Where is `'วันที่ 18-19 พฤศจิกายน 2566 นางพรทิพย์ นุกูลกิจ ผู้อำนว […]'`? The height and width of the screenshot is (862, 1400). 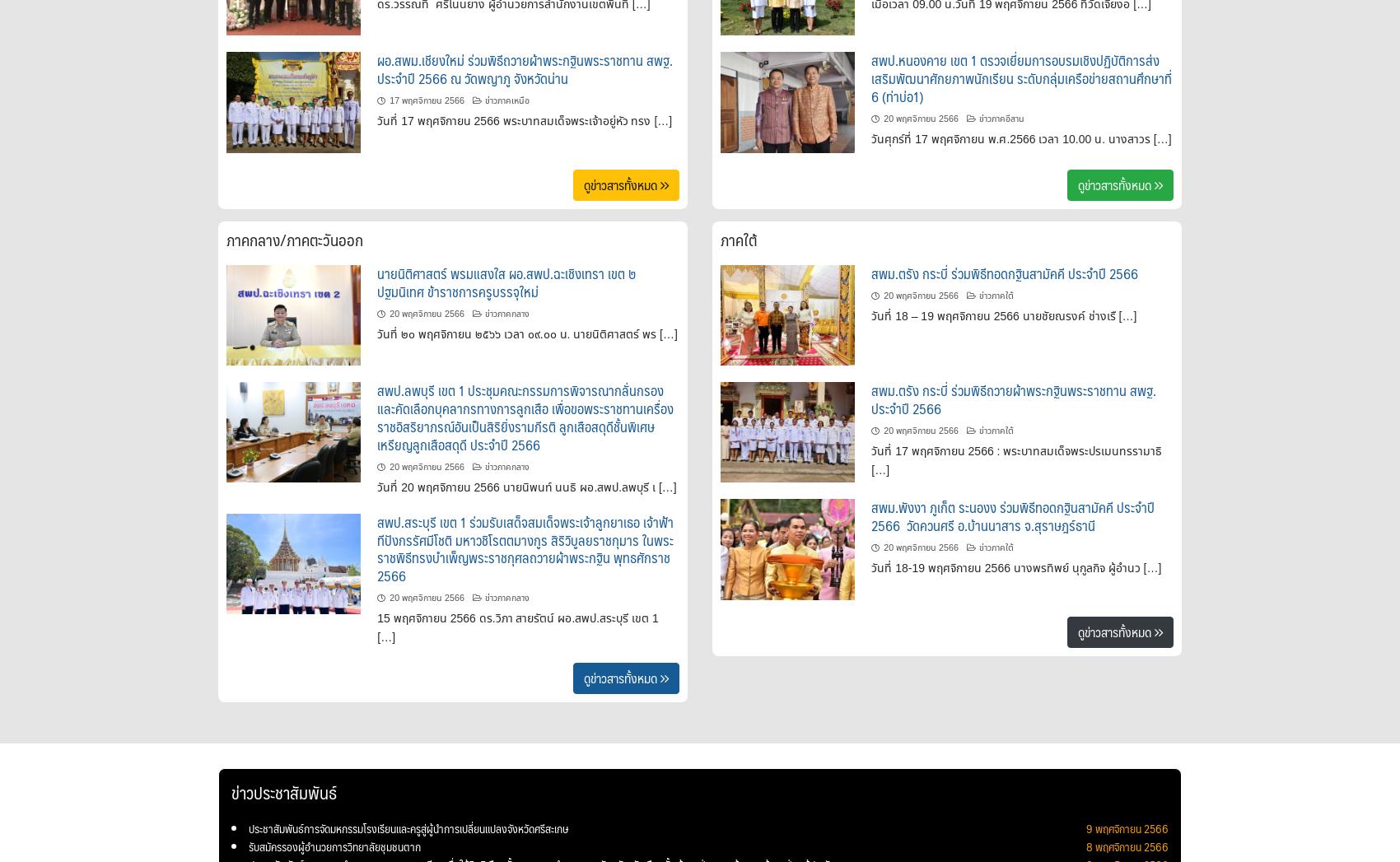
'วันที่ 18-19 พฤศจิกายน 2566 นางพรทิพย์ นุกูลกิจ ผู้อำนว […]' is located at coordinates (1015, 566).